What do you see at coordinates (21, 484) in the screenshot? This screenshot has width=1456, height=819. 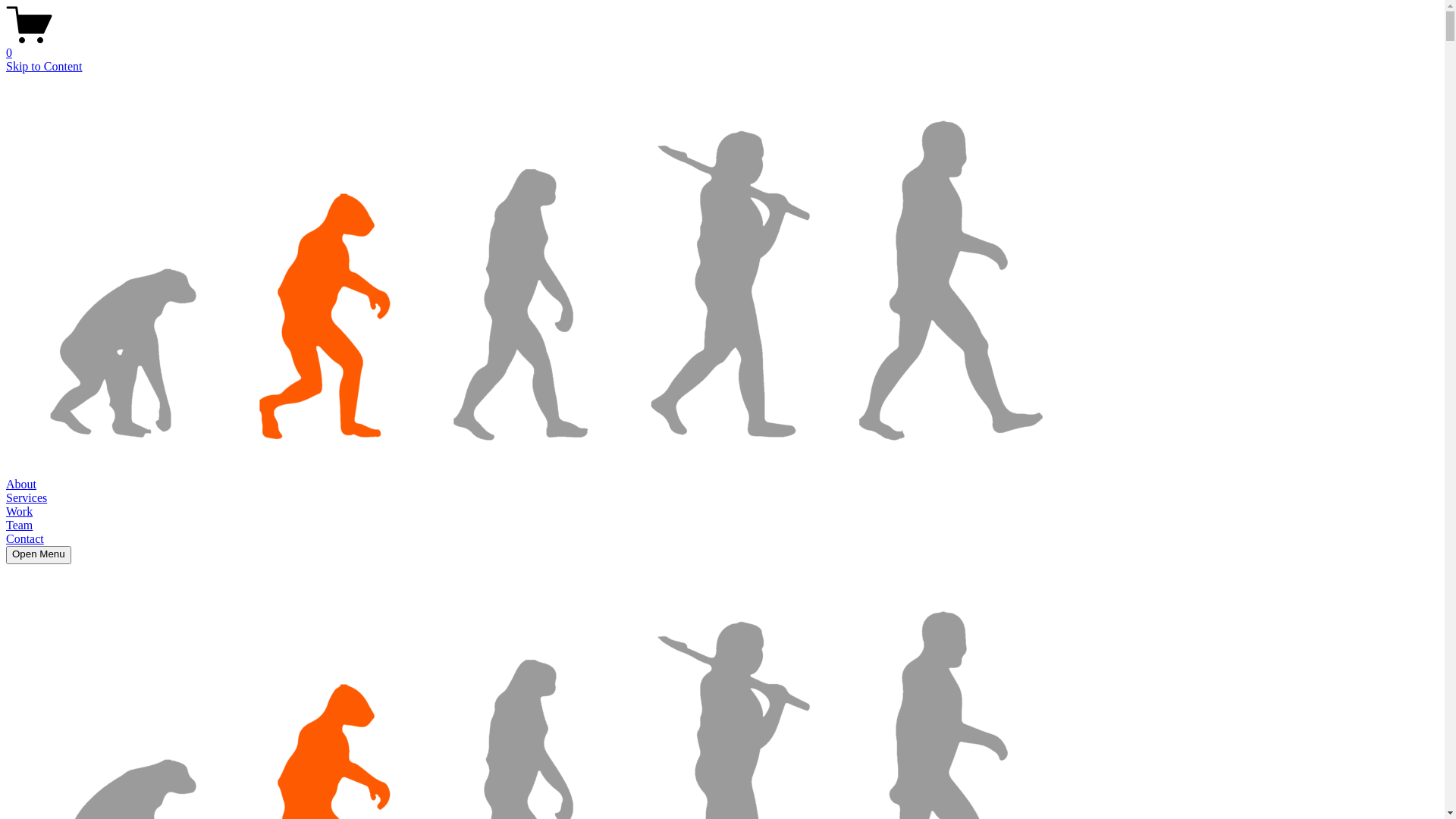 I see `'About'` at bounding box center [21, 484].